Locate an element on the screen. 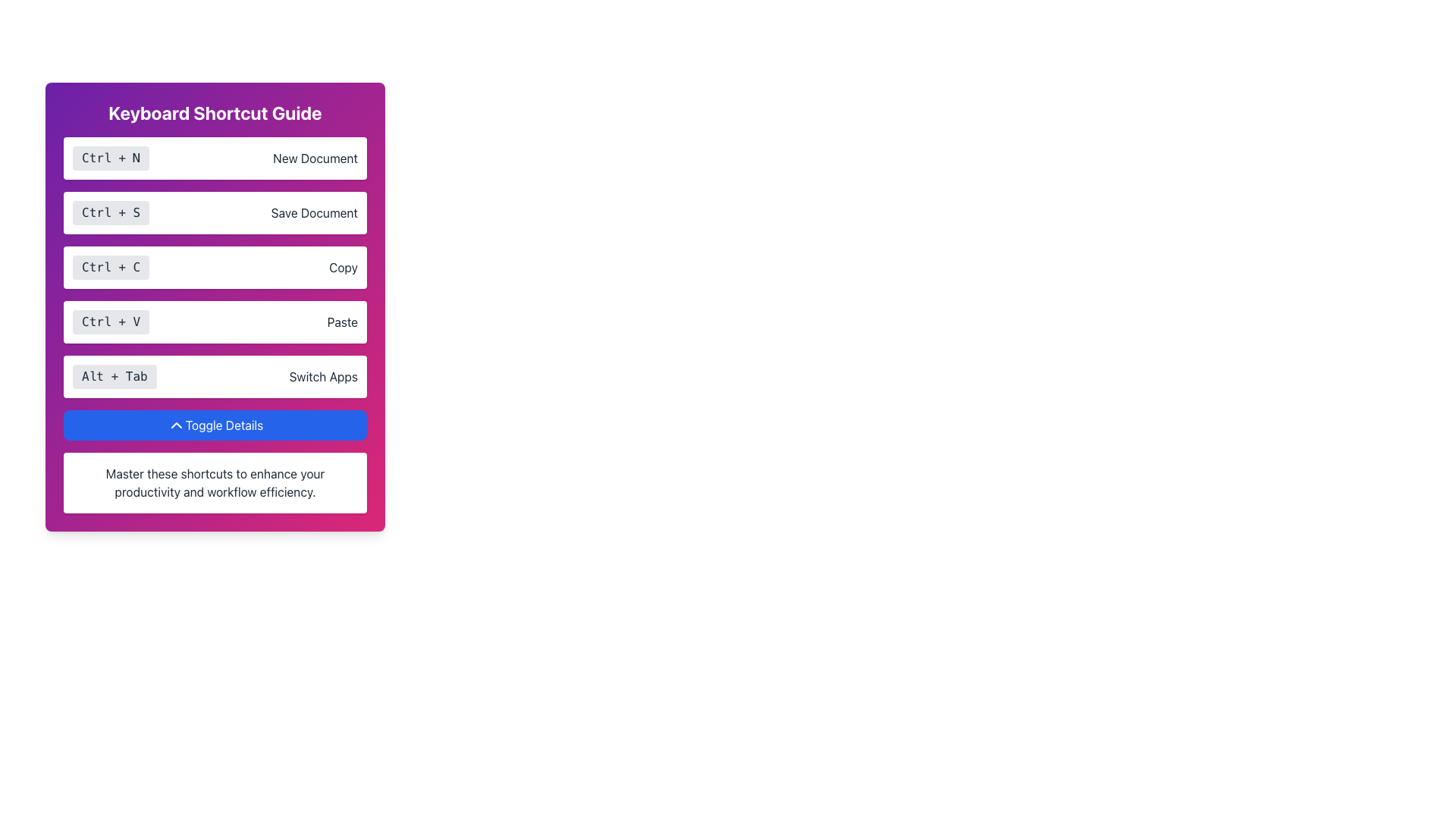 This screenshot has width=1456, height=819. the button located near the bottom of the keyboard shortcuts guide is located at coordinates (214, 425).